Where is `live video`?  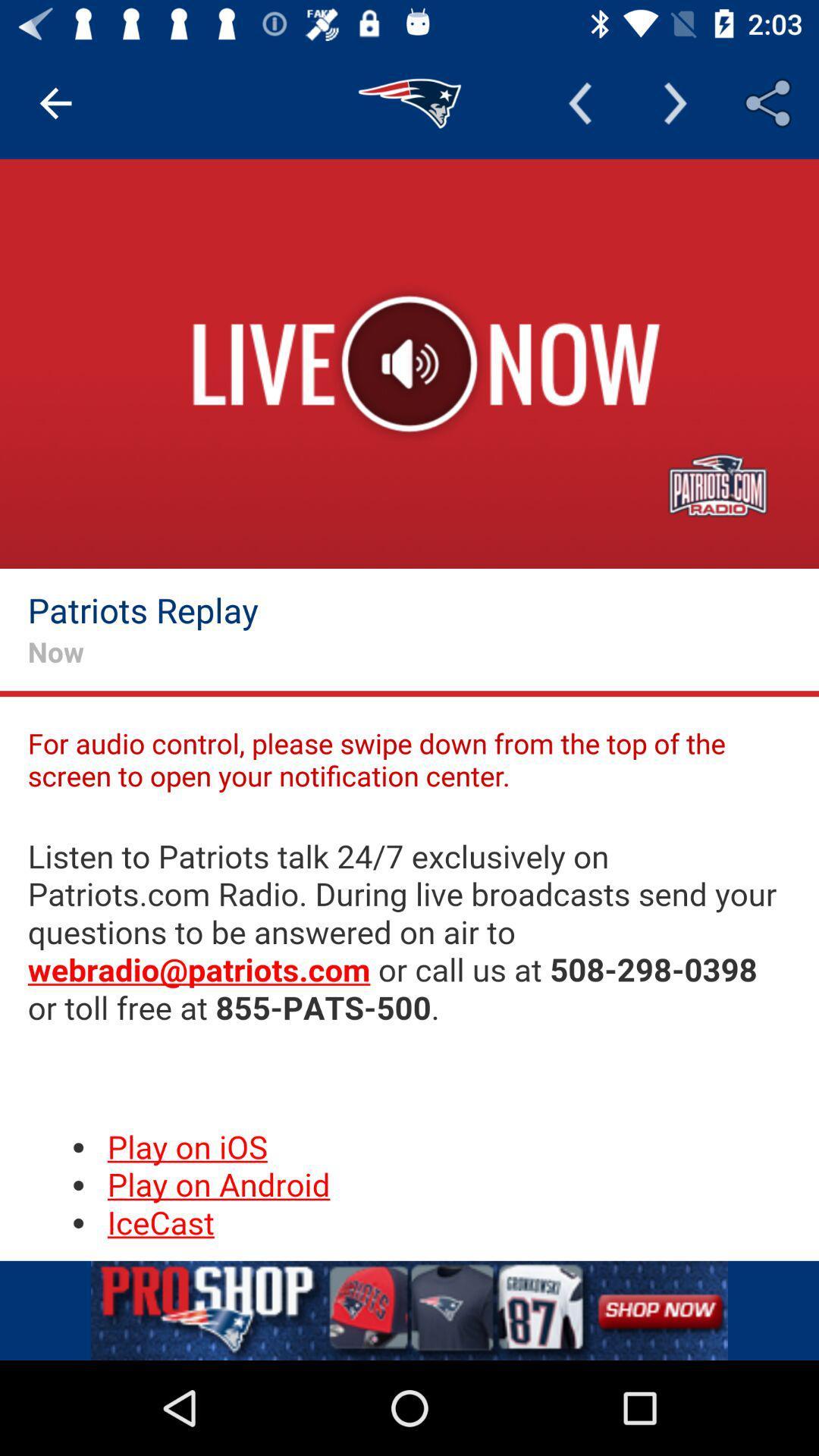 live video is located at coordinates (409, 364).